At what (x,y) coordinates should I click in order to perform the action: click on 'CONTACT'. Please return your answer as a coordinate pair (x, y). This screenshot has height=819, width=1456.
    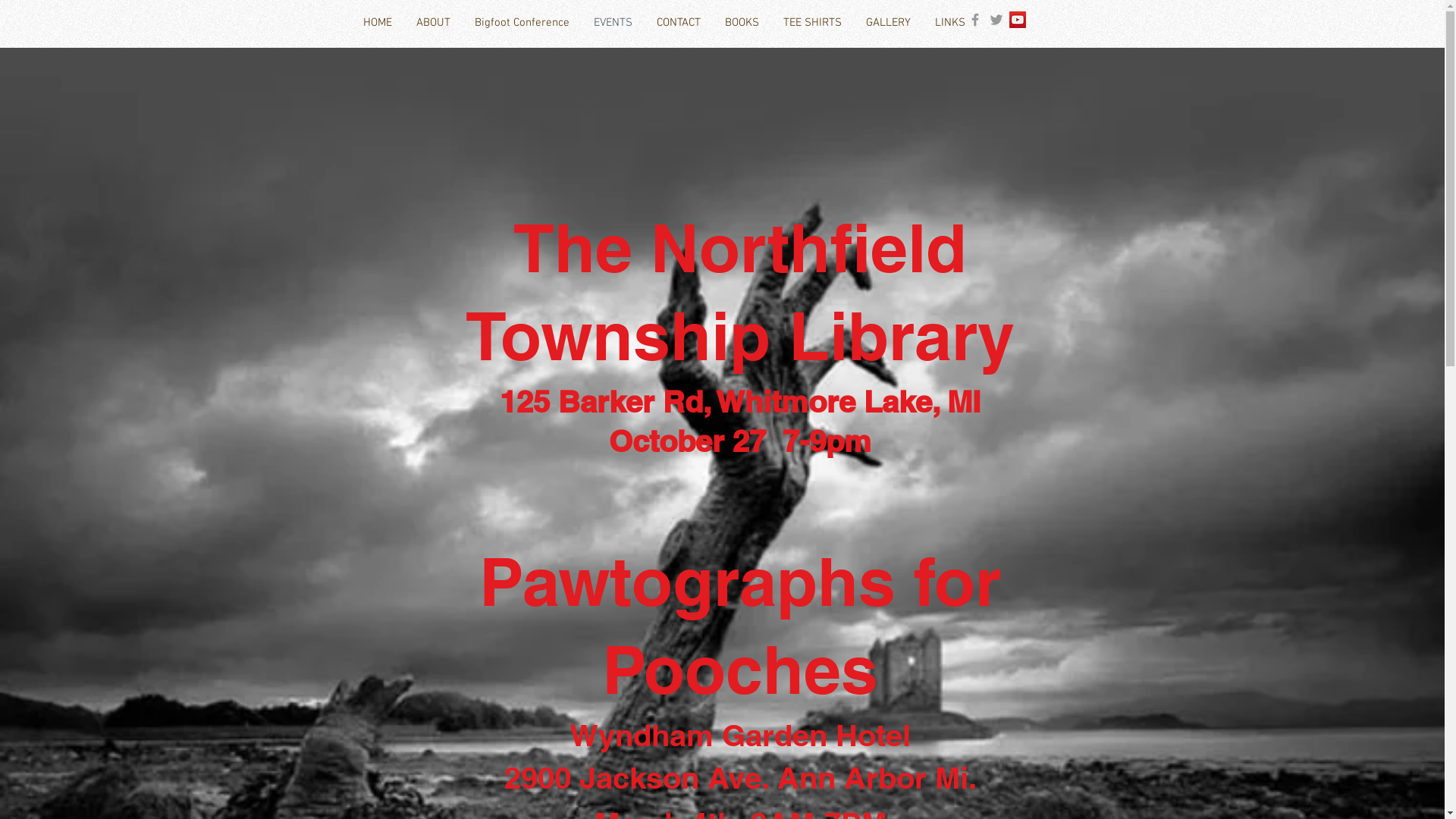
    Looking at the image, I should click on (677, 23).